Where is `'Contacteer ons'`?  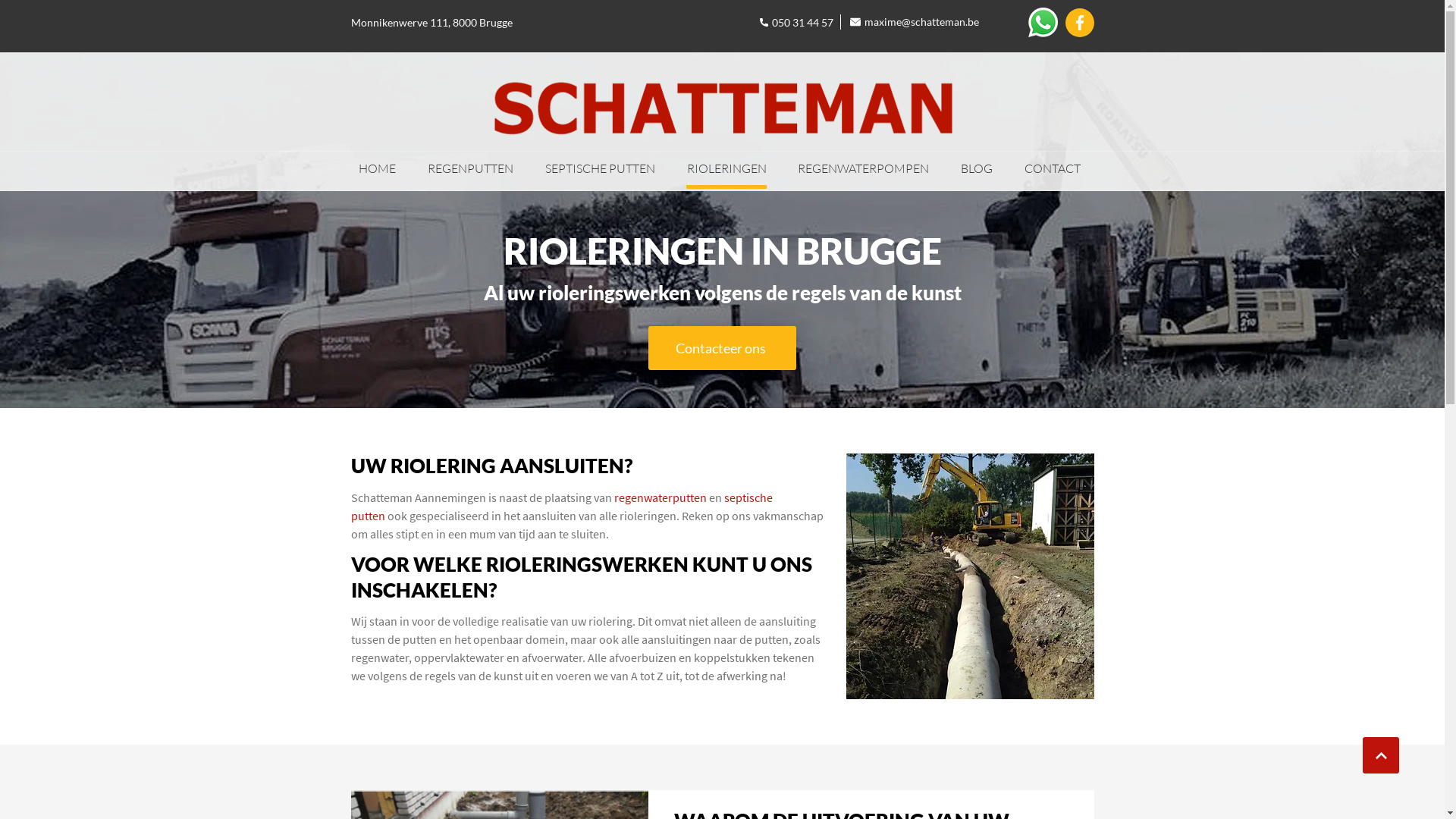
'Contacteer ons' is located at coordinates (720, 348).